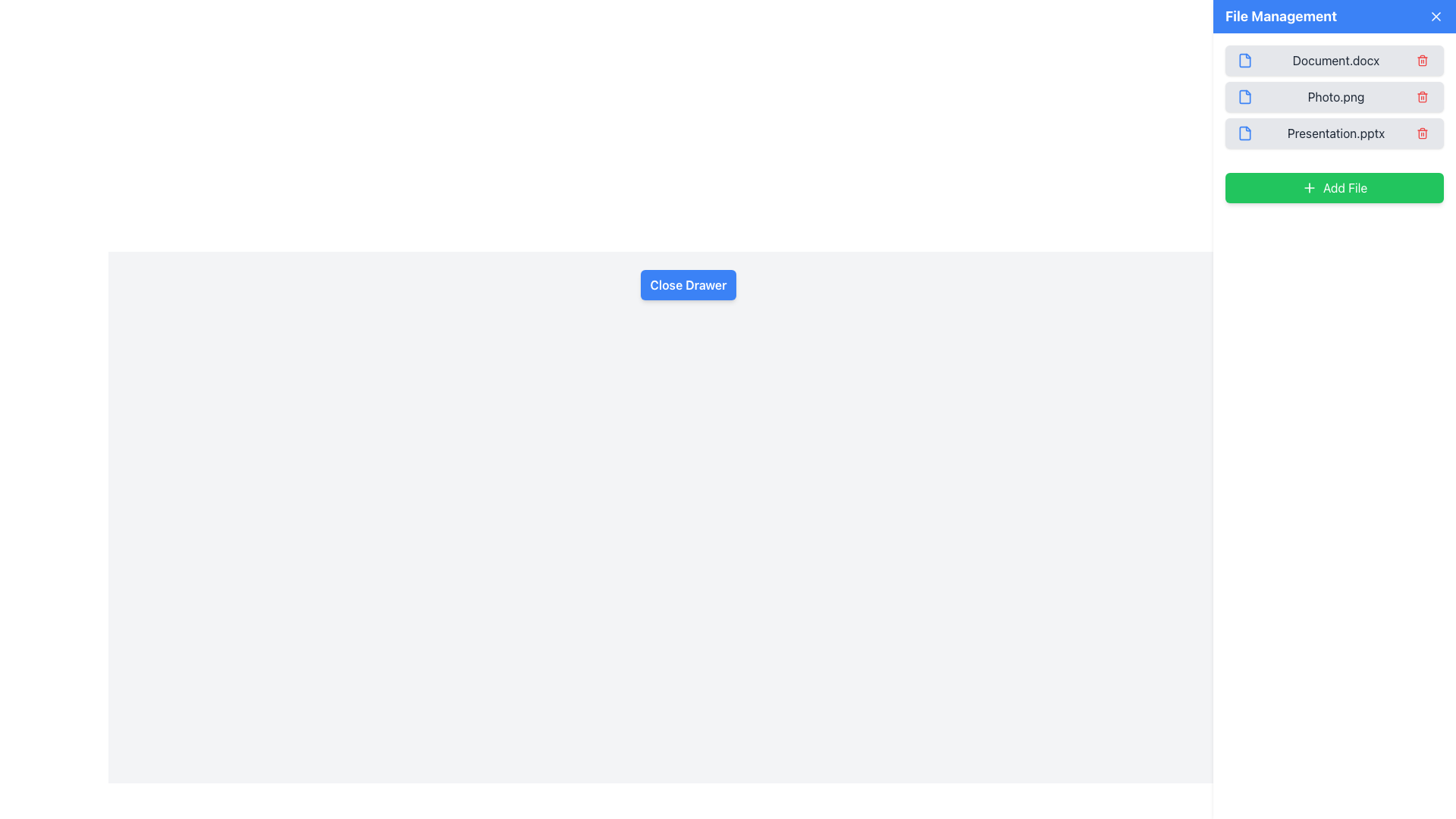 This screenshot has height=819, width=1456. What do you see at coordinates (1244, 96) in the screenshot?
I see `the decorative icon indicating the file named 'Photo.png', which is the first item in the row adjacent to the text label 'Photo.png'` at bounding box center [1244, 96].